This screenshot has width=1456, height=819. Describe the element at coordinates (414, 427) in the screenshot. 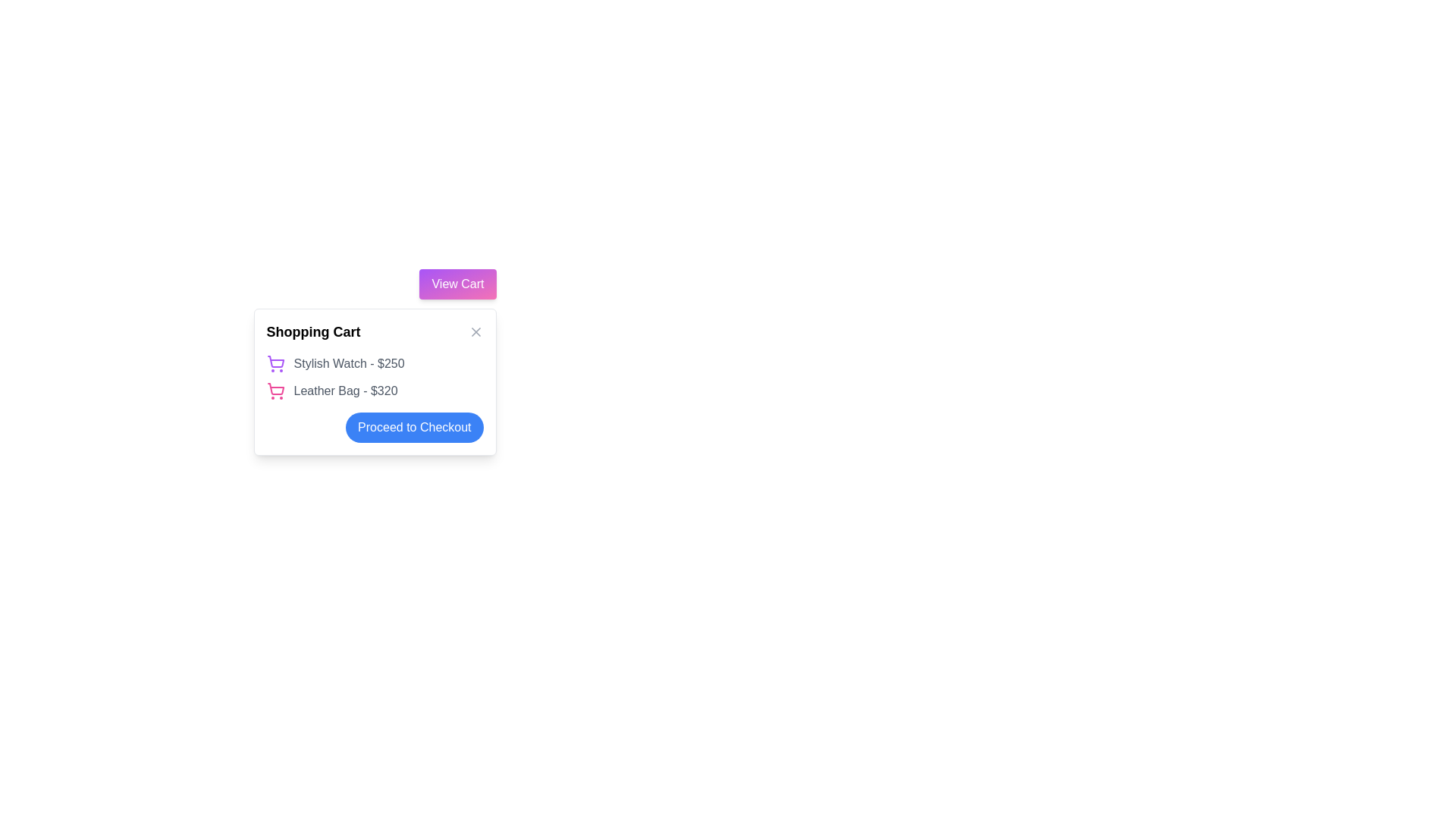

I see `the blue rounded button labeled 'Proceed to Checkout' located in the bottom-right corner of the shopping cart summary box to proceed to the checkout process` at that location.